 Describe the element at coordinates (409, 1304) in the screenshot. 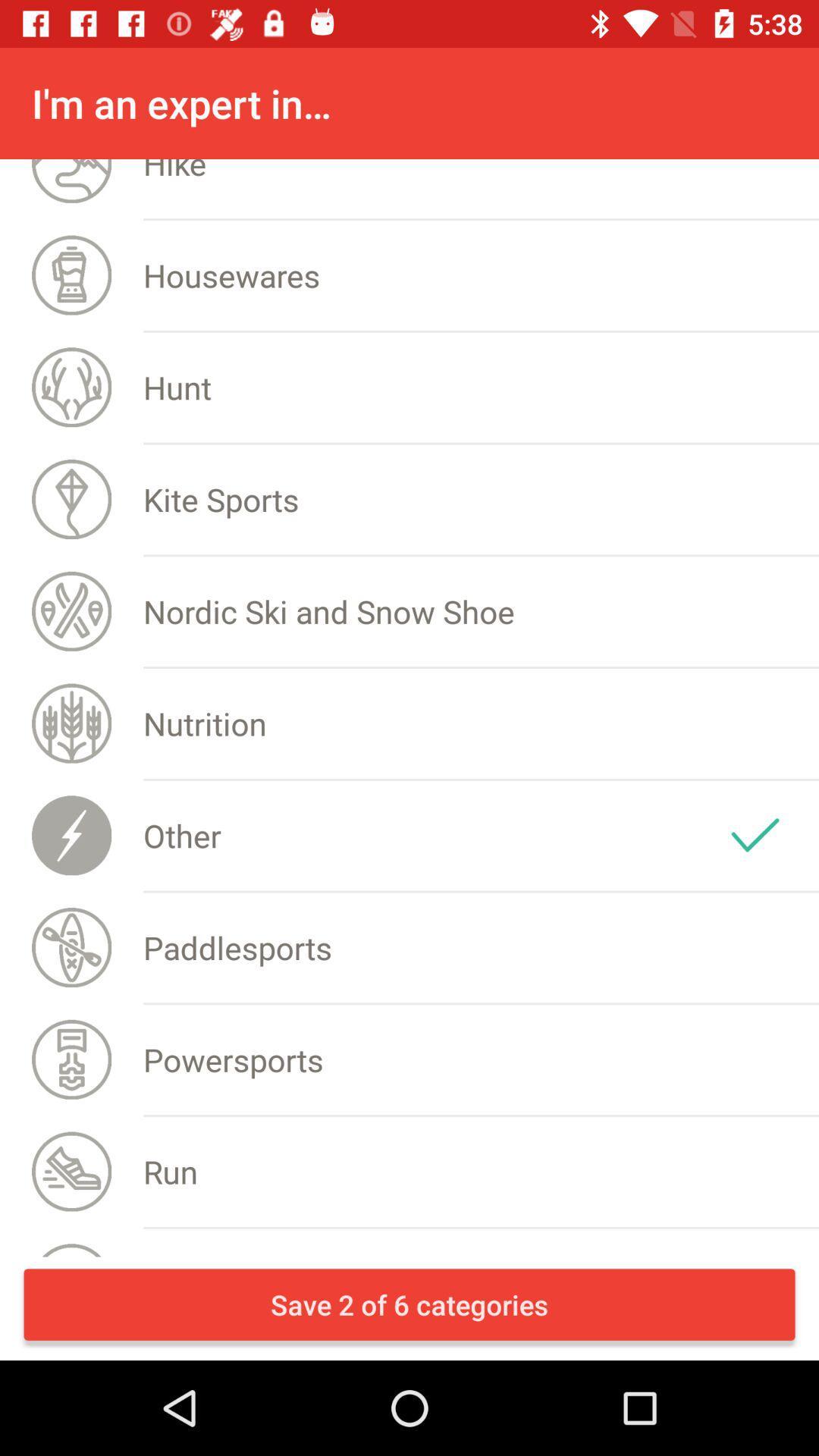

I see `the save 2 of item` at that location.